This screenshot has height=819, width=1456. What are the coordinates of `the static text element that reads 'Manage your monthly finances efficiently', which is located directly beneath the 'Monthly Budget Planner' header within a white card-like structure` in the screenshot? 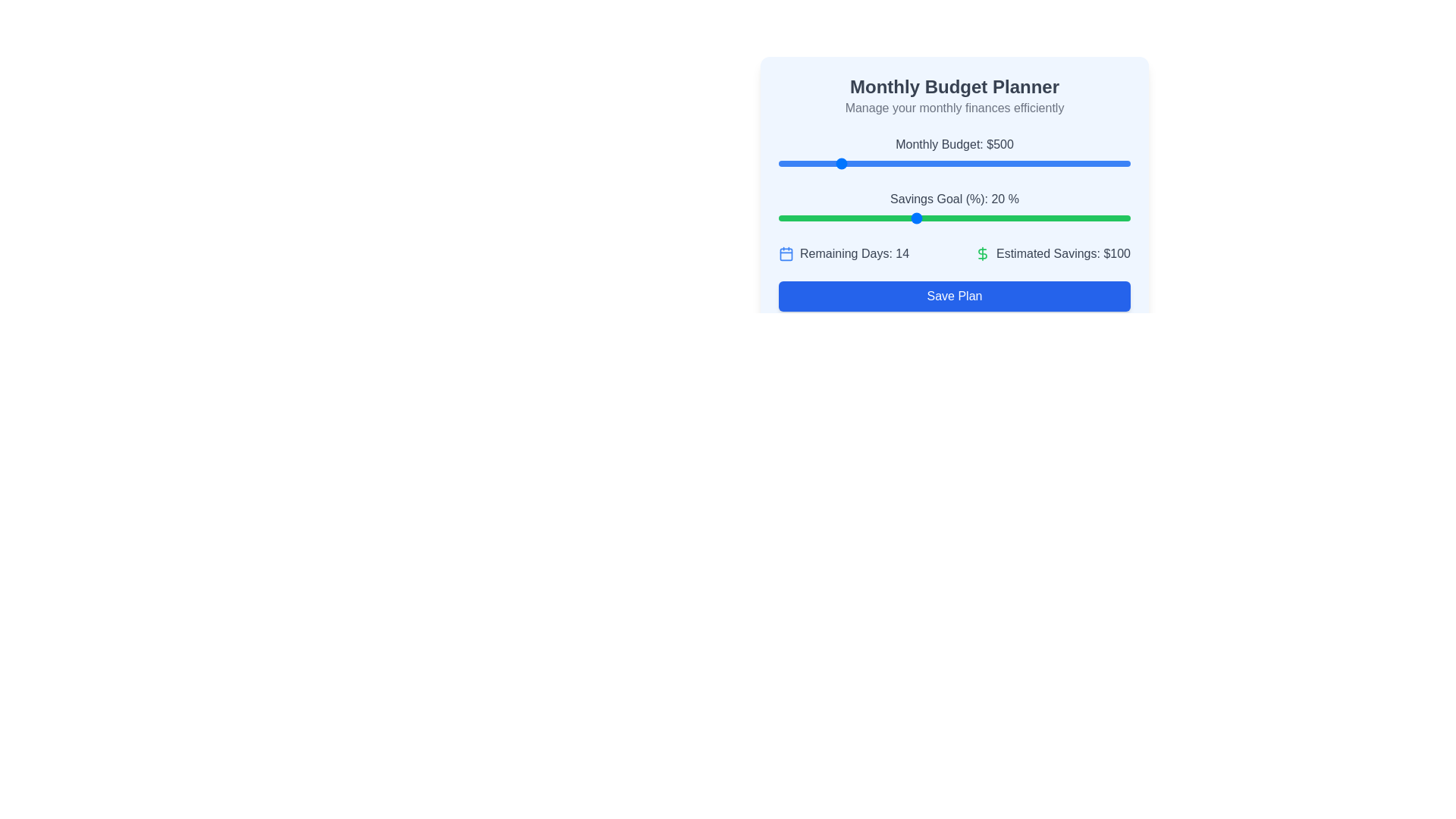 It's located at (953, 107).